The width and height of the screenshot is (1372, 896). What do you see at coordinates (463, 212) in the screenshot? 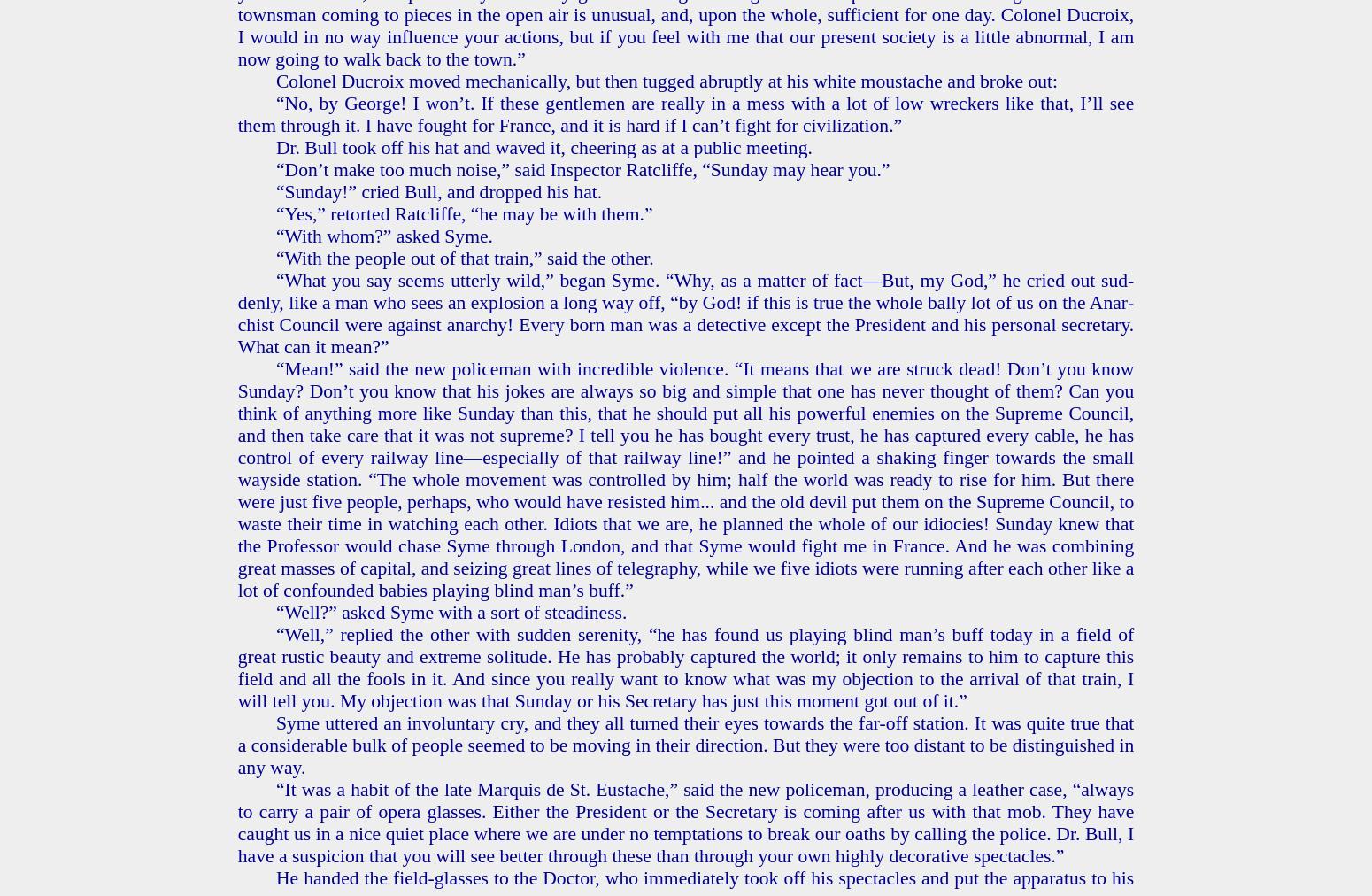
I see `'“Yes,” re­tort­ed Rat­cliffe, “he may be with them.”'` at bounding box center [463, 212].